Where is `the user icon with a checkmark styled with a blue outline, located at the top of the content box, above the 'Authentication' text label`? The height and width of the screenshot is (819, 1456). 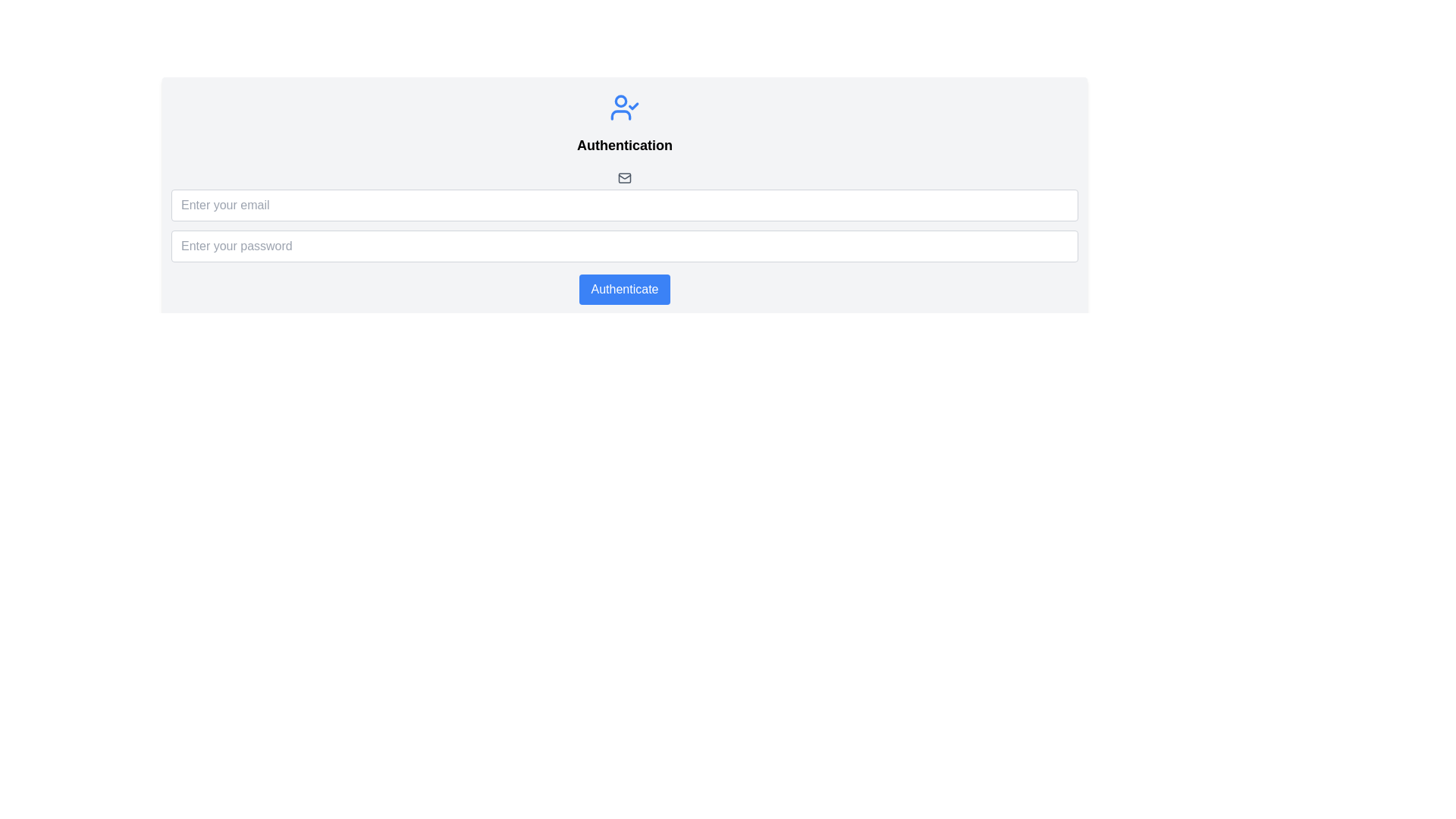 the user icon with a checkmark styled with a blue outline, located at the top of the content box, above the 'Authentication' text label is located at coordinates (625, 107).